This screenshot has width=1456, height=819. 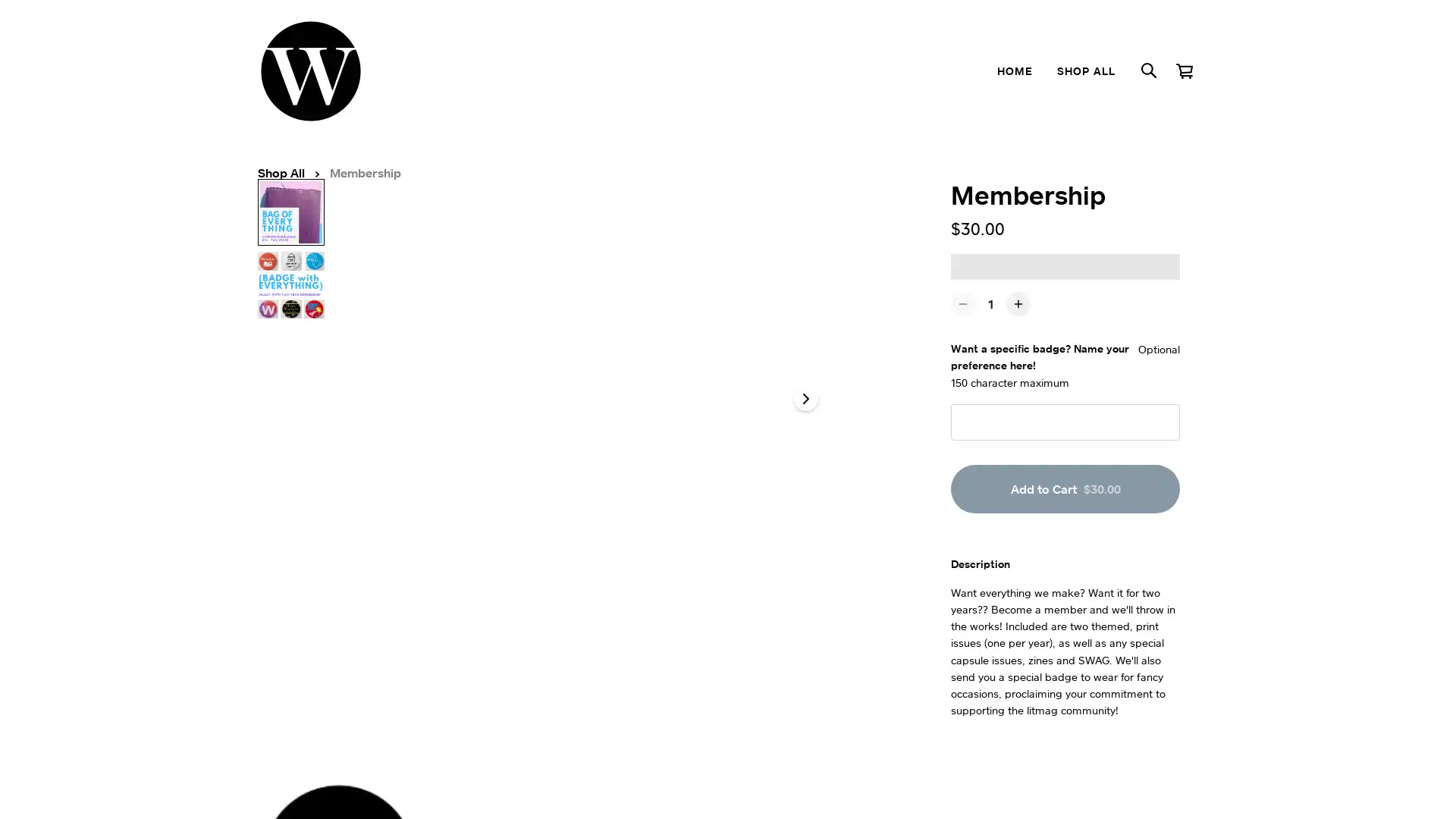 I want to click on Search, so click(x=1149, y=71).